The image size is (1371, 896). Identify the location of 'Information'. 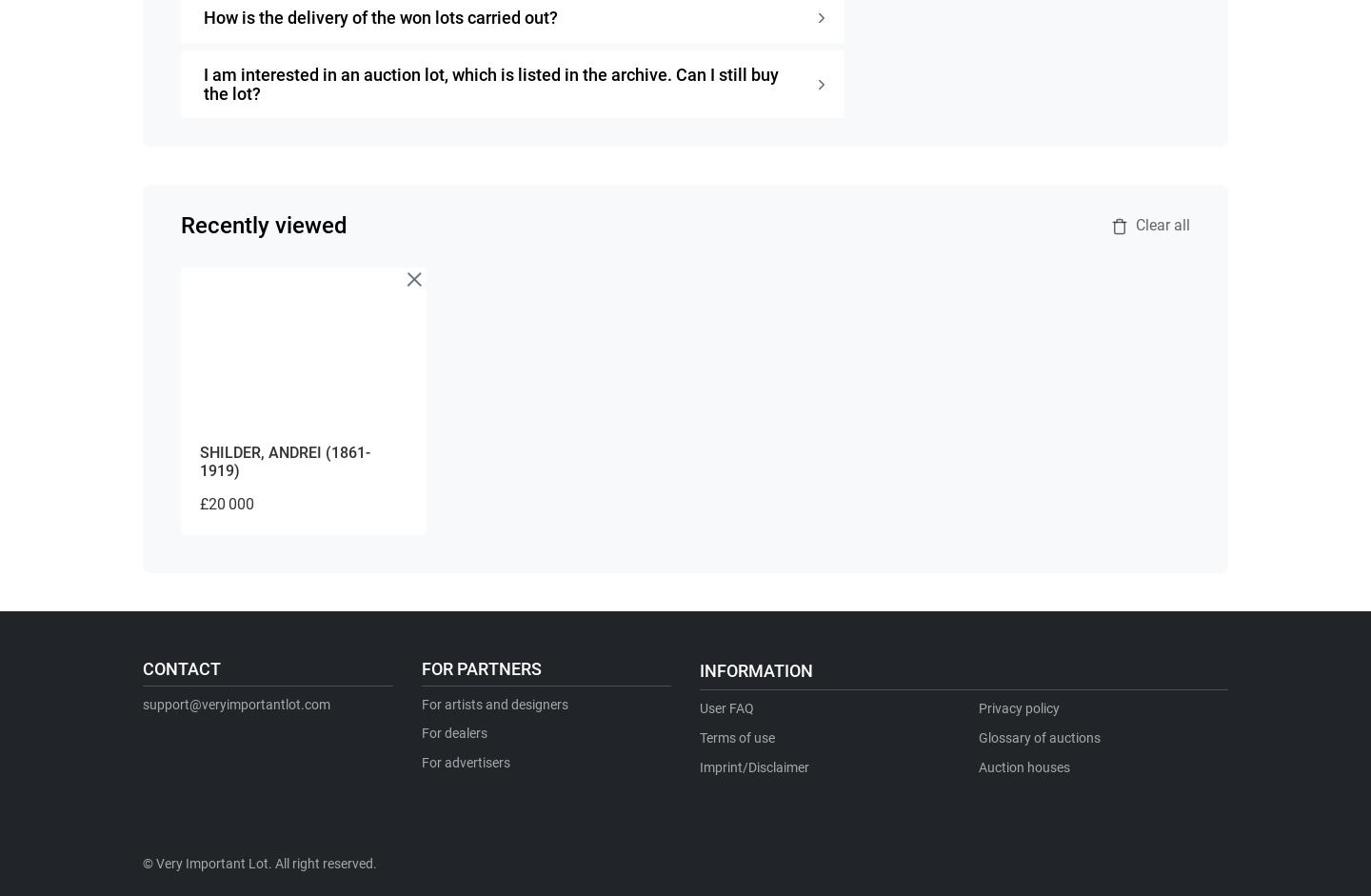
(756, 670).